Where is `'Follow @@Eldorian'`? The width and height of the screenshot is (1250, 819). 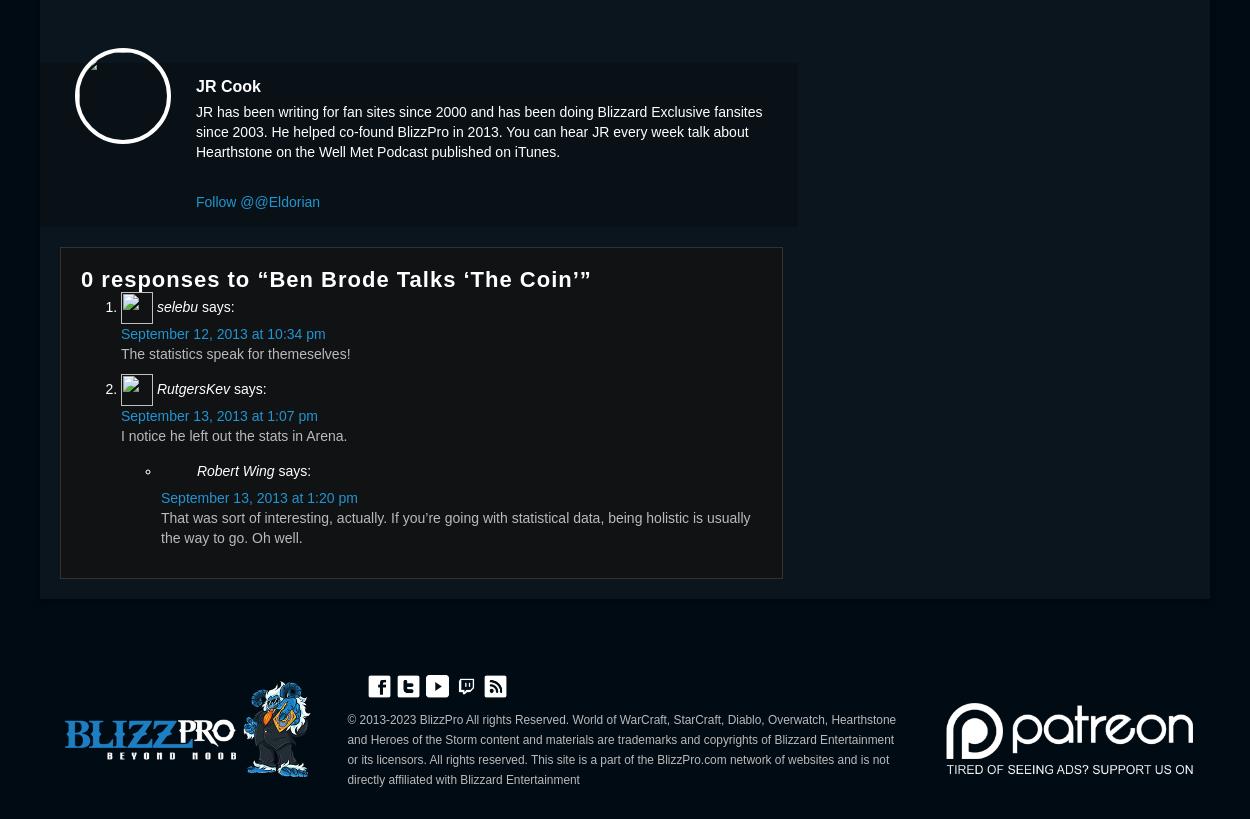 'Follow @@Eldorian' is located at coordinates (195, 200).